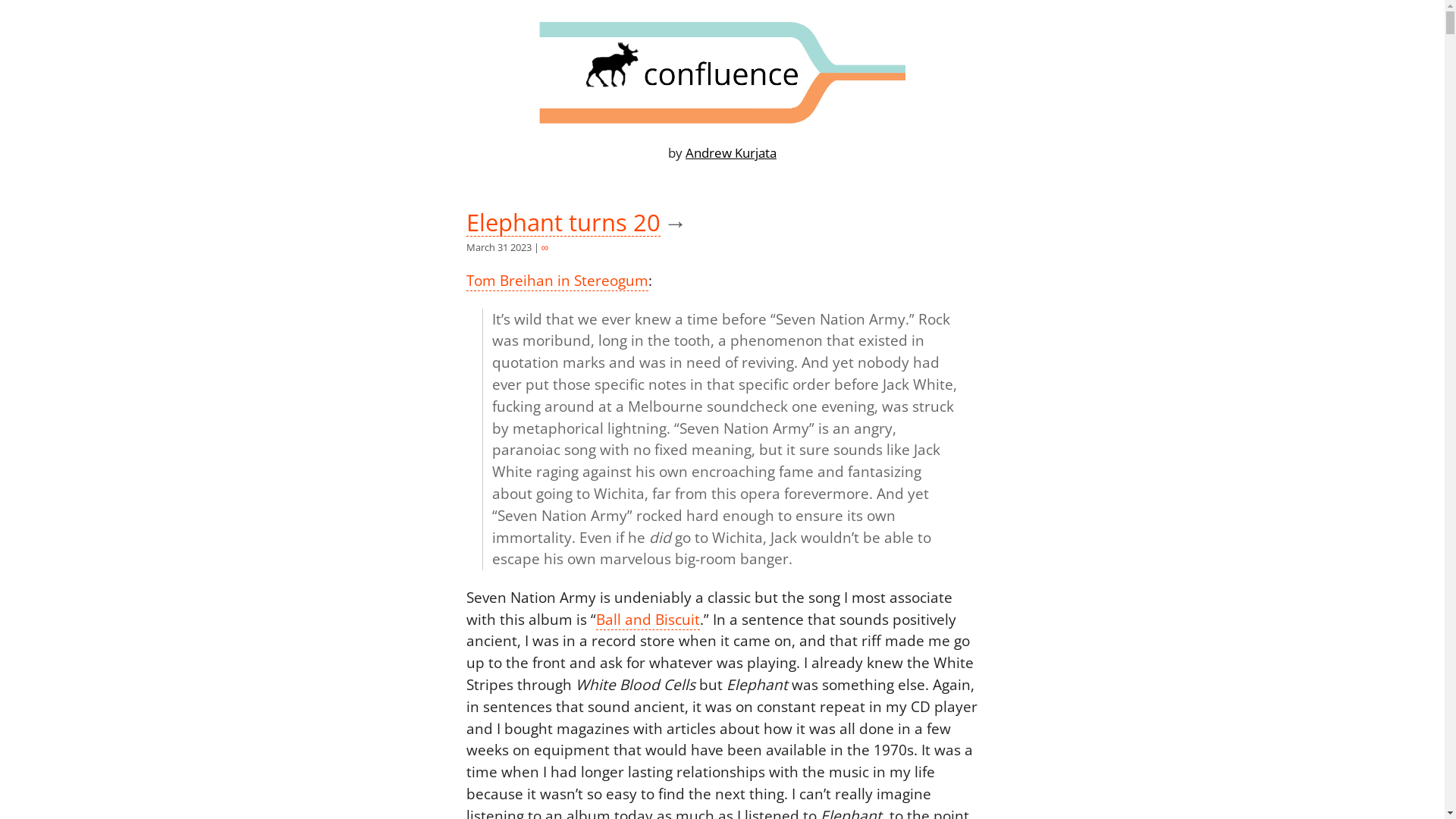 This screenshot has height=819, width=1456. What do you see at coordinates (648, 620) in the screenshot?
I see `'Ball and Biscuit'` at bounding box center [648, 620].